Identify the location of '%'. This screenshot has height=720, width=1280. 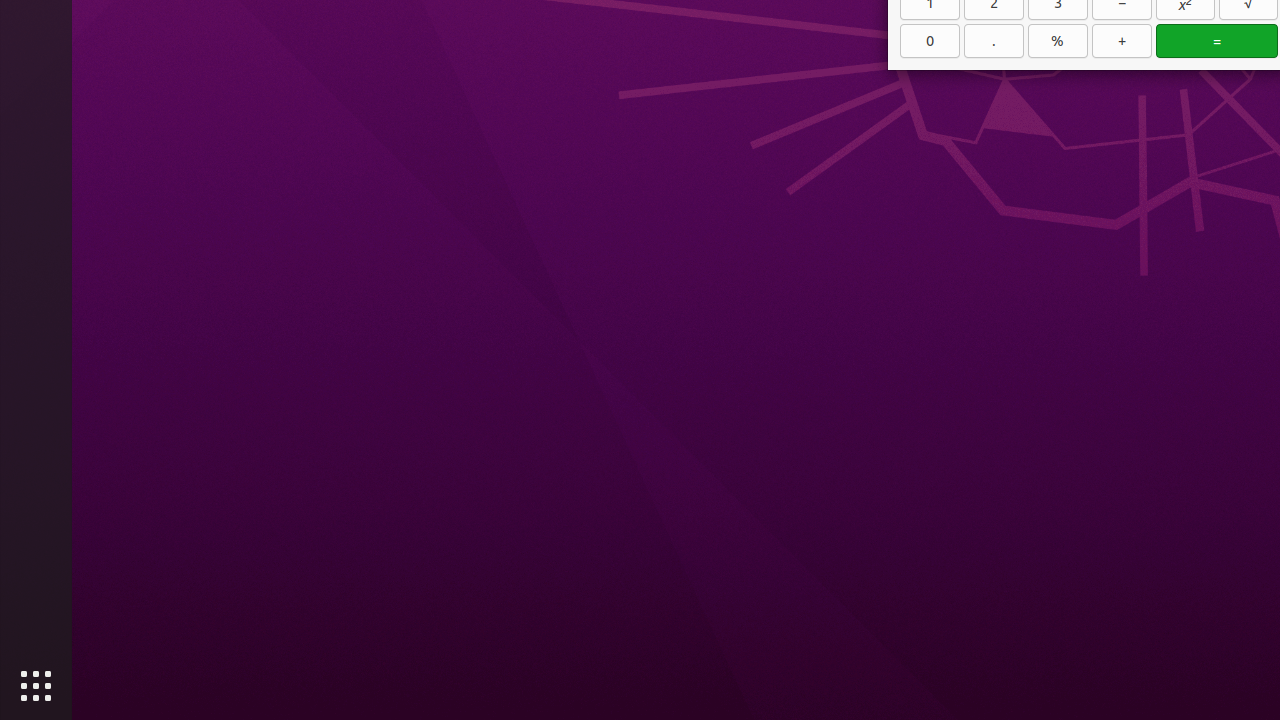
(1057, 40).